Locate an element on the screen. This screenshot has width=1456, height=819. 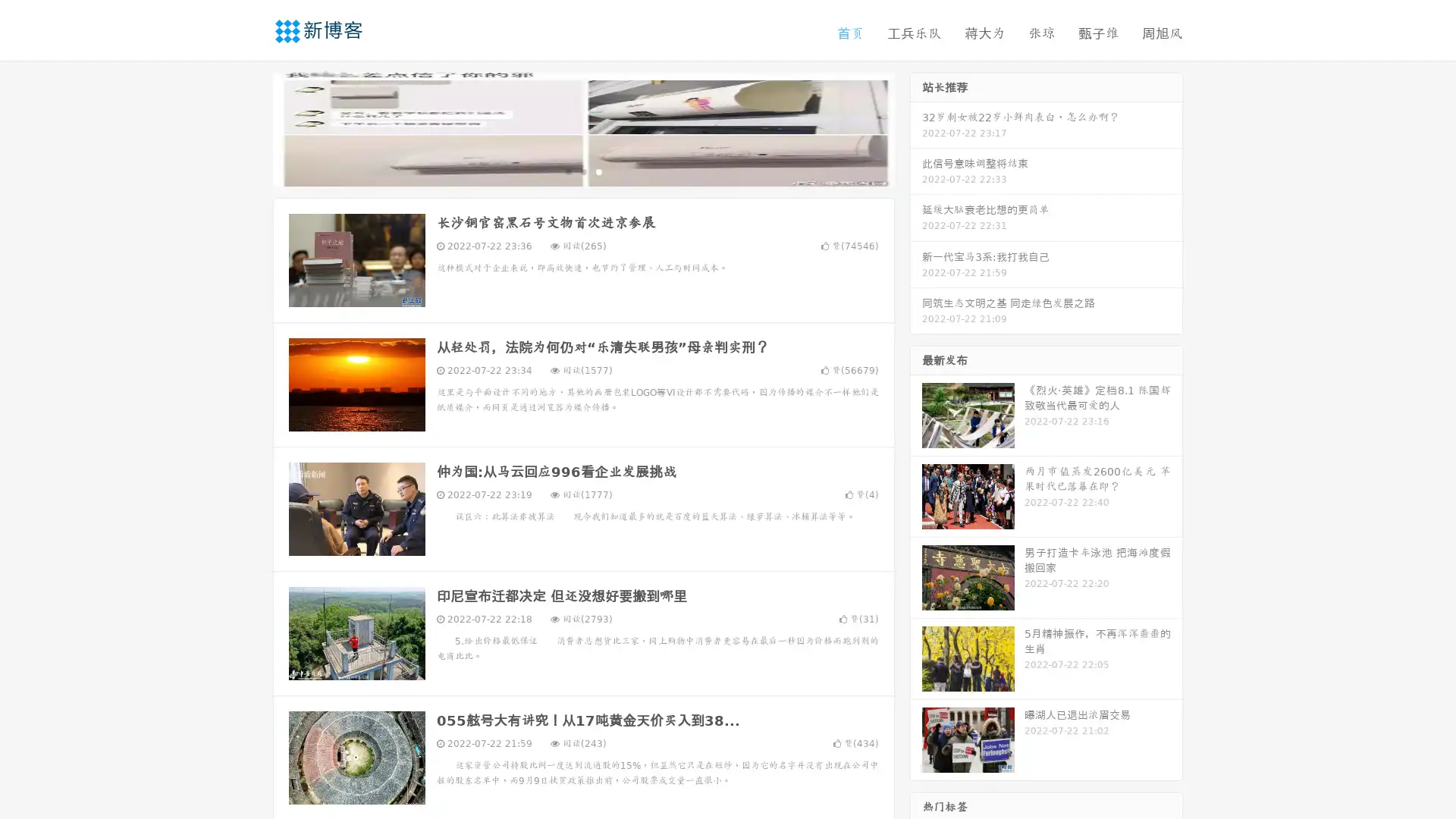
Go to slide 1 is located at coordinates (567, 171).